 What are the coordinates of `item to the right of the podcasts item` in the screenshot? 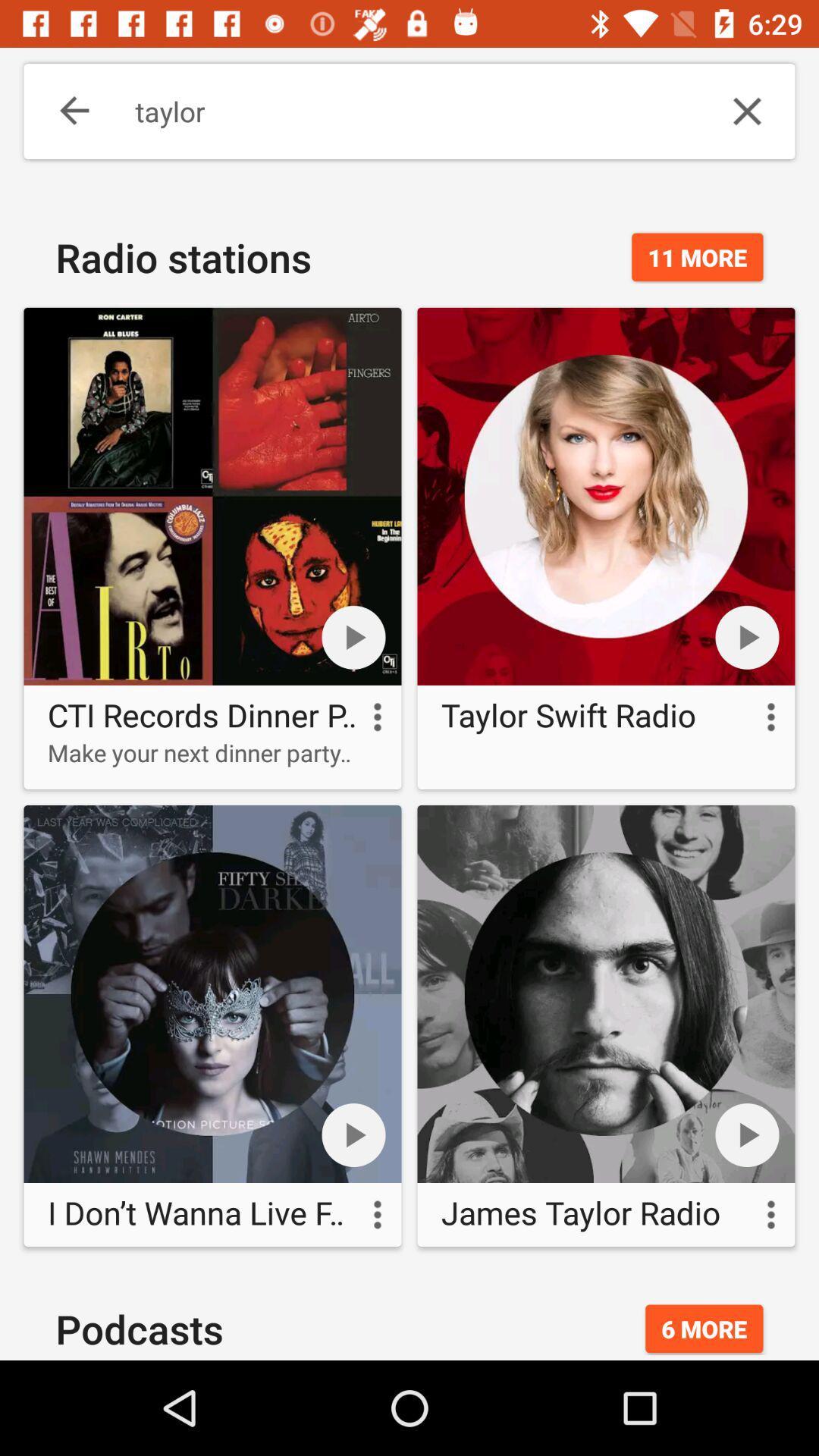 It's located at (704, 1328).